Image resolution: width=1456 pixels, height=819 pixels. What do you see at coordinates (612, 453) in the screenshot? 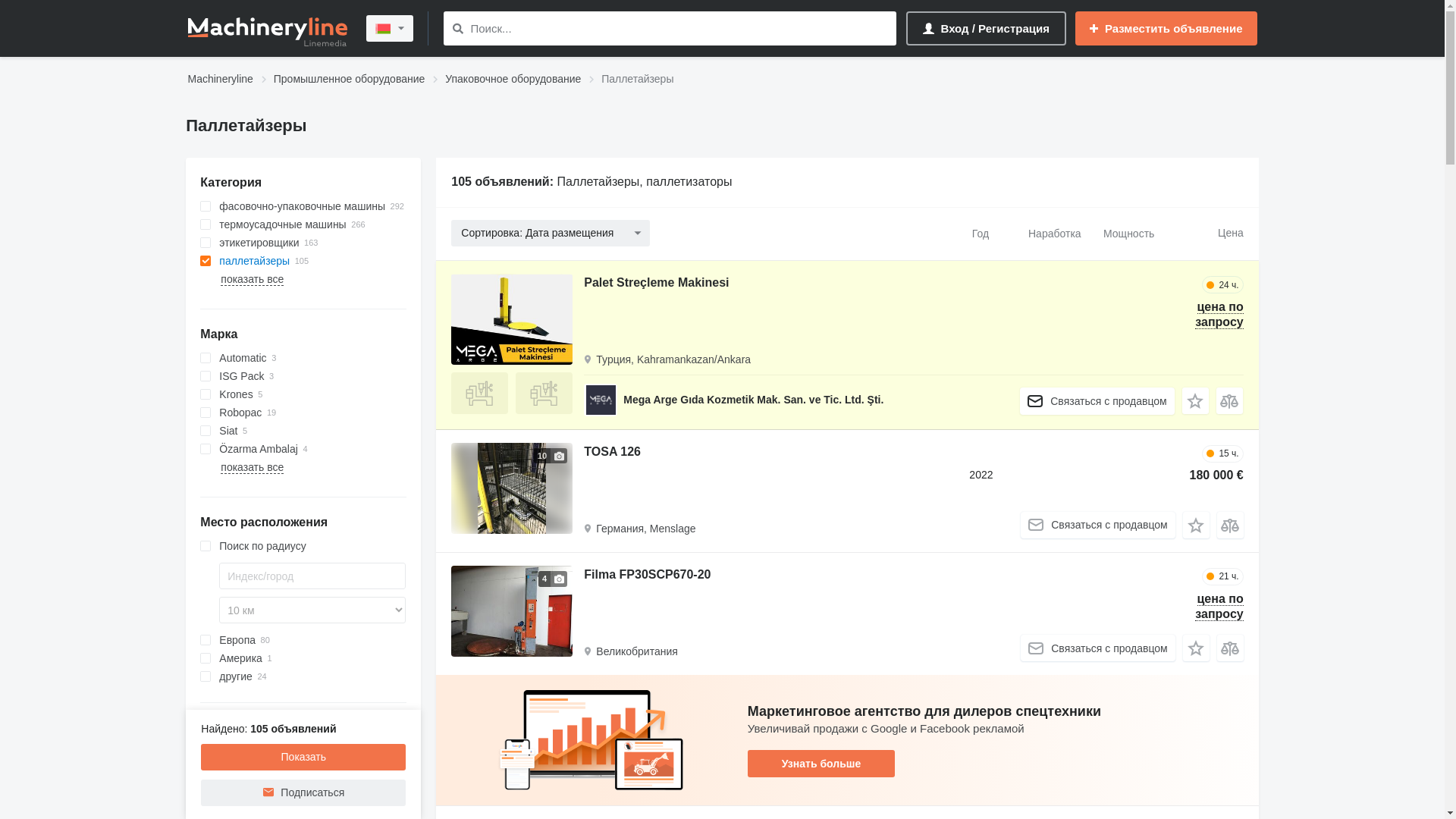
I see `'TOSA 126'` at bounding box center [612, 453].